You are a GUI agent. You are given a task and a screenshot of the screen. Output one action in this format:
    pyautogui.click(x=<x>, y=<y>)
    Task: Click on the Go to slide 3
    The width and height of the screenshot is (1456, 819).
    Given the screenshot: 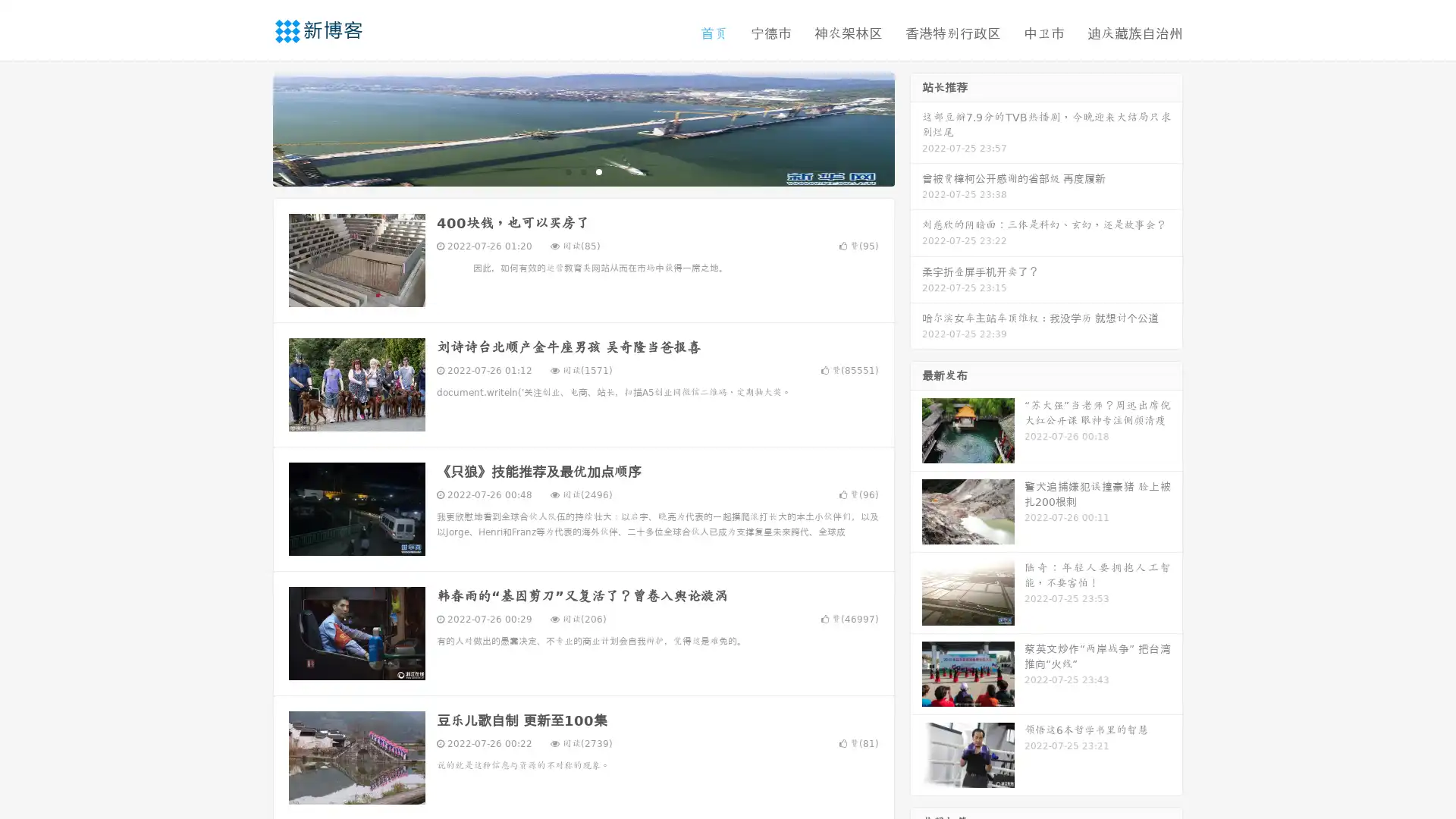 What is the action you would take?
    pyautogui.click(x=598, y=171)
    